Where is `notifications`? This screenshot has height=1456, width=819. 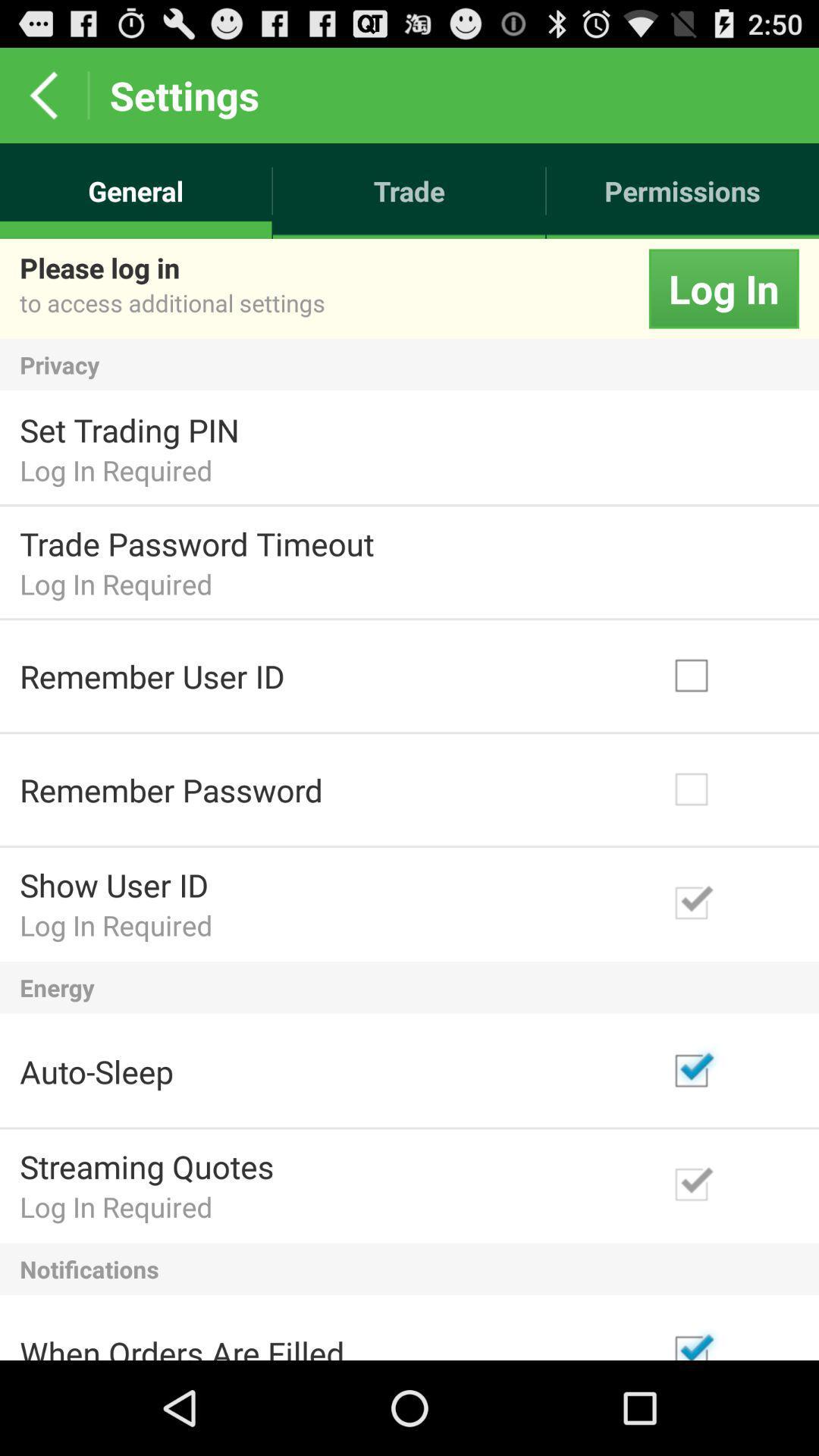
notifications is located at coordinates (409, 1269).